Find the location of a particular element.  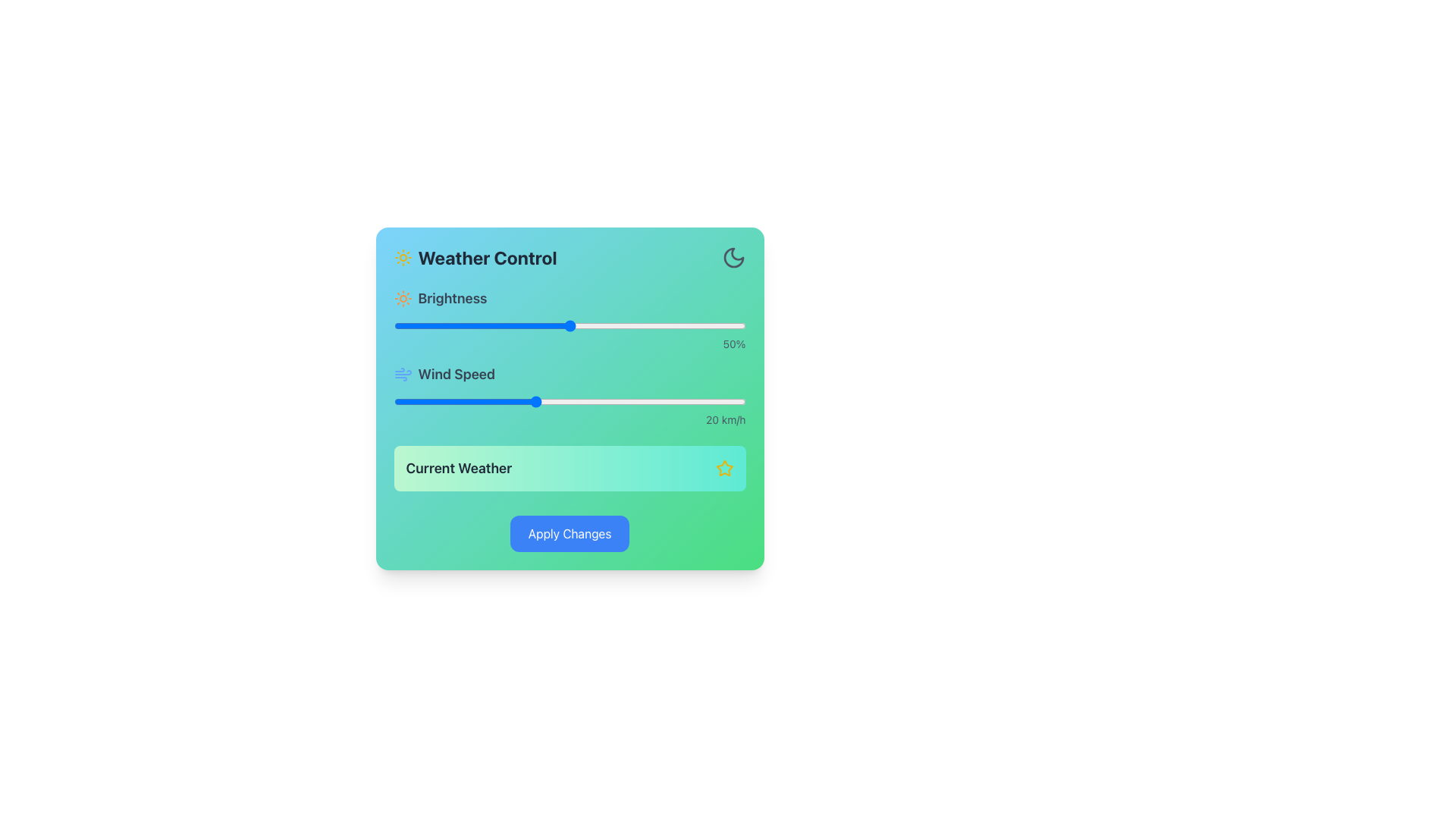

the star-shaped icon with a bright yellow border located in the top right corner of the 'Current Weather' section is located at coordinates (723, 467).